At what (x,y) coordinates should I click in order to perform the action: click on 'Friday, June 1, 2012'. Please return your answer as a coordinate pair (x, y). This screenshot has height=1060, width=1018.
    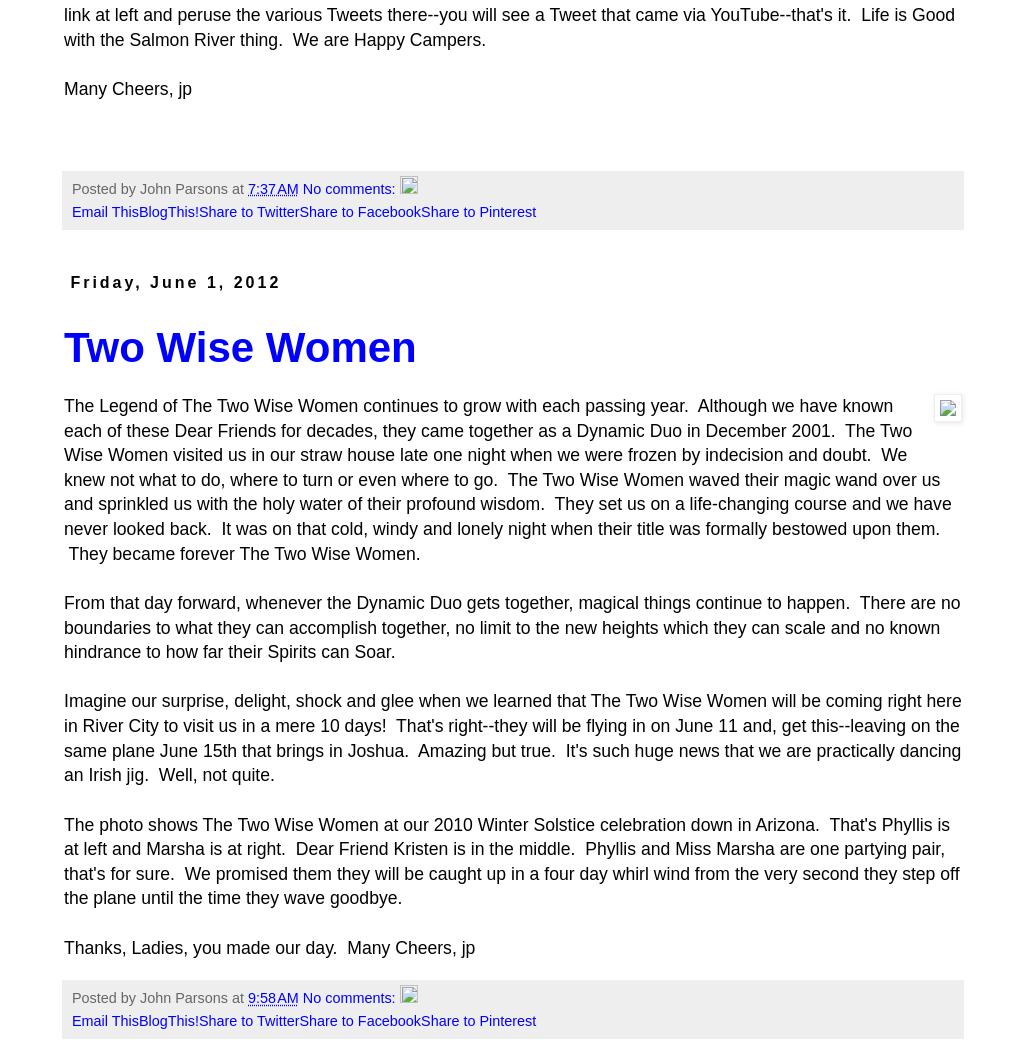
    Looking at the image, I should click on (70, 282).